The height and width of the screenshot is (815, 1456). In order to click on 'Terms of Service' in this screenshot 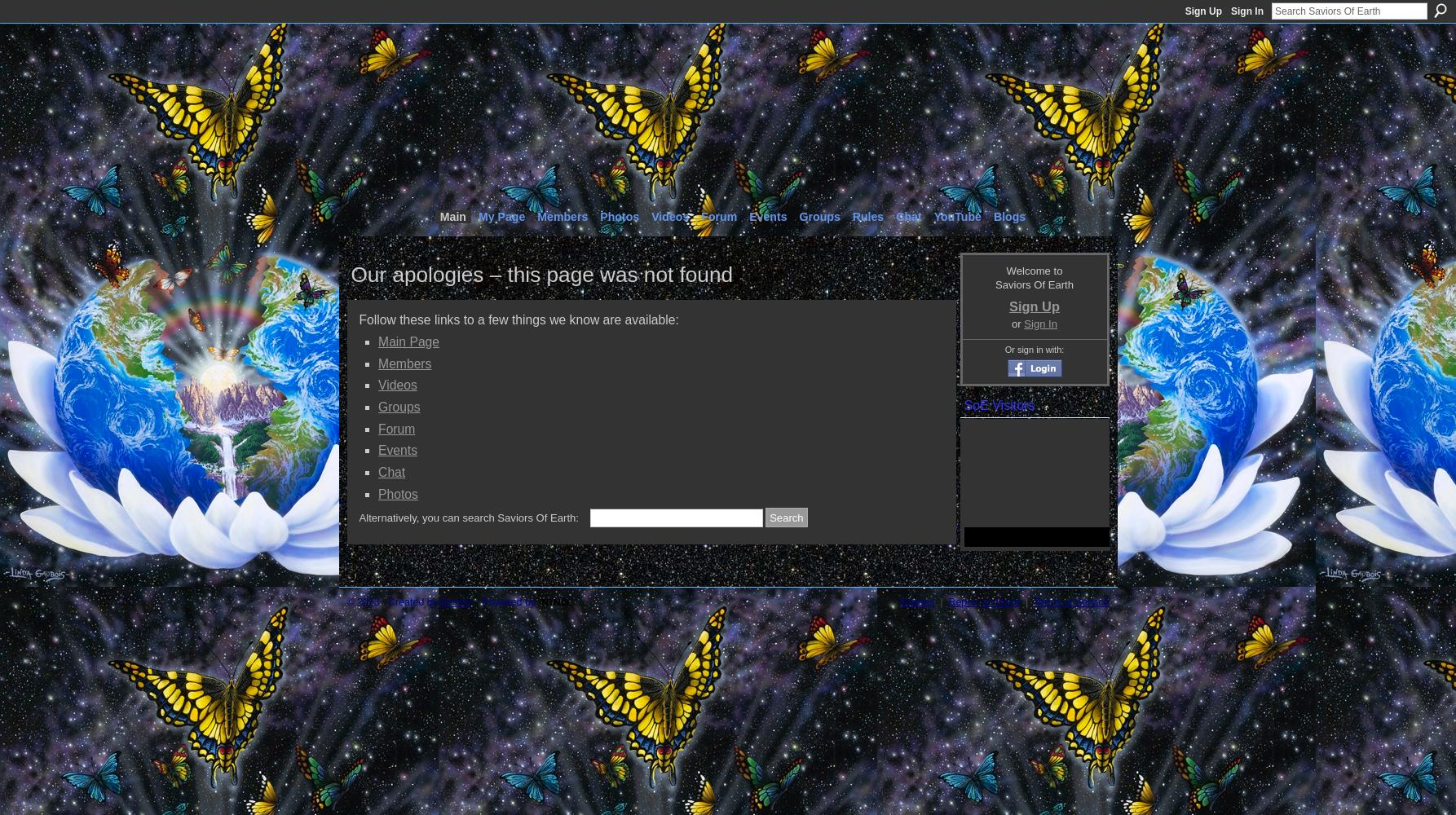, I will do `click(1070, 601)`.